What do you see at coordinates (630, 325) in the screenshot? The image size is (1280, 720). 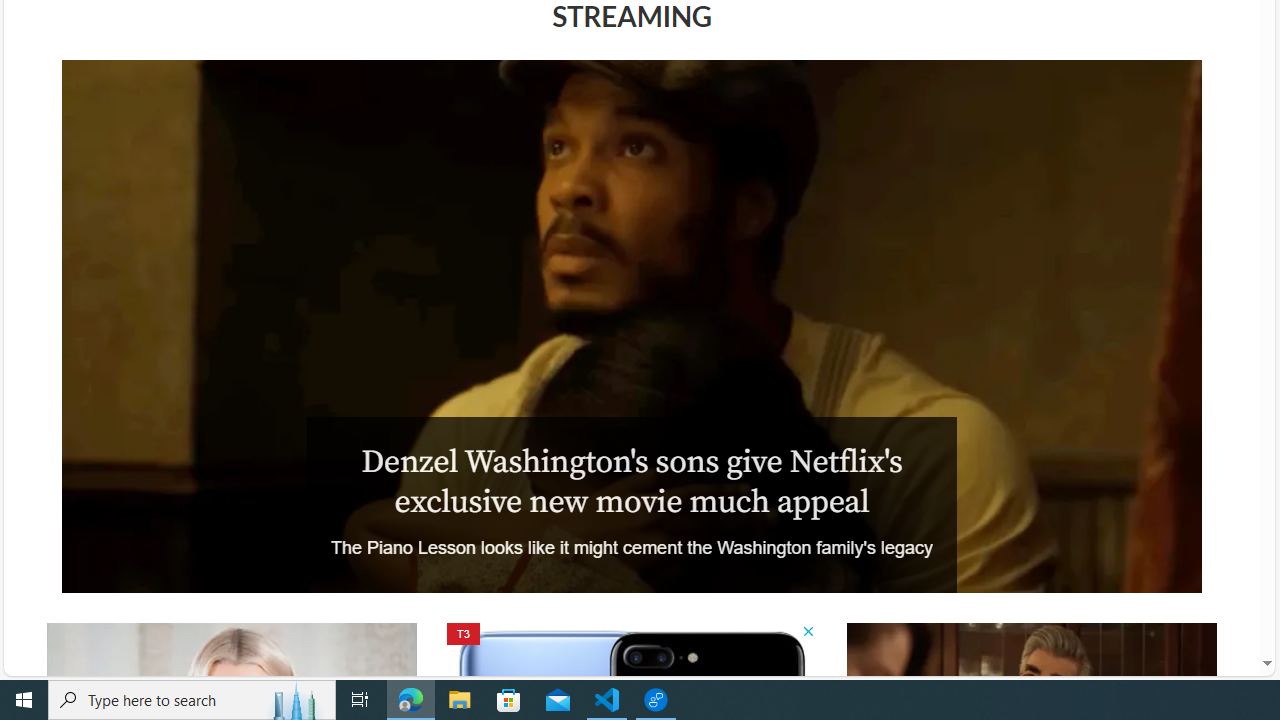 I see `'The Piano Lesson'` at bounding box center [630, 325].